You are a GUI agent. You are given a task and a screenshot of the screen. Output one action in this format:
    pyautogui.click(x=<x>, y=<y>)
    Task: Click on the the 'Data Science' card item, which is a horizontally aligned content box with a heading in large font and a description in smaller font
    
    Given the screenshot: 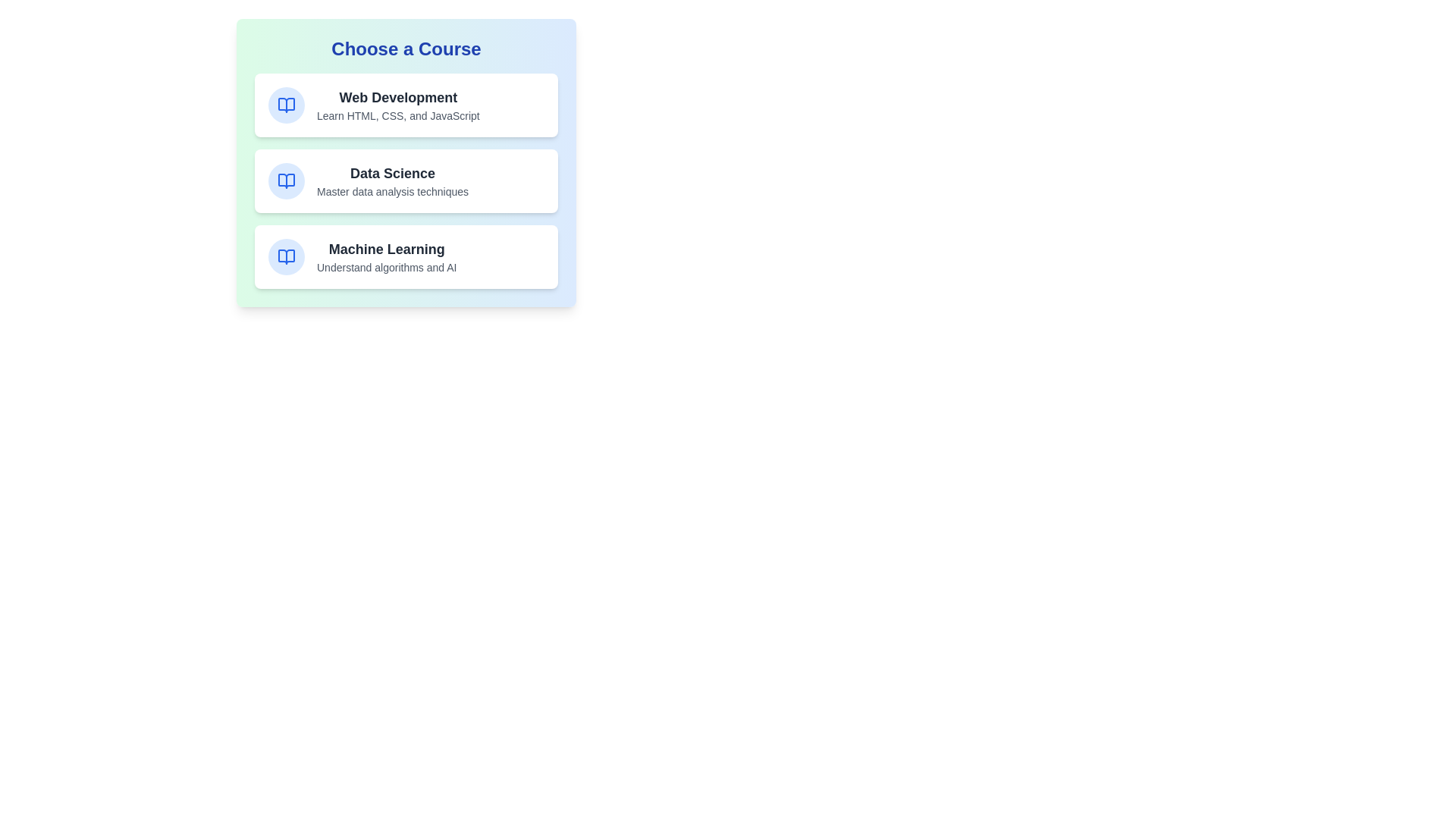 What is the action you would take?
    pyautogui.click(x=406, y=163)
    